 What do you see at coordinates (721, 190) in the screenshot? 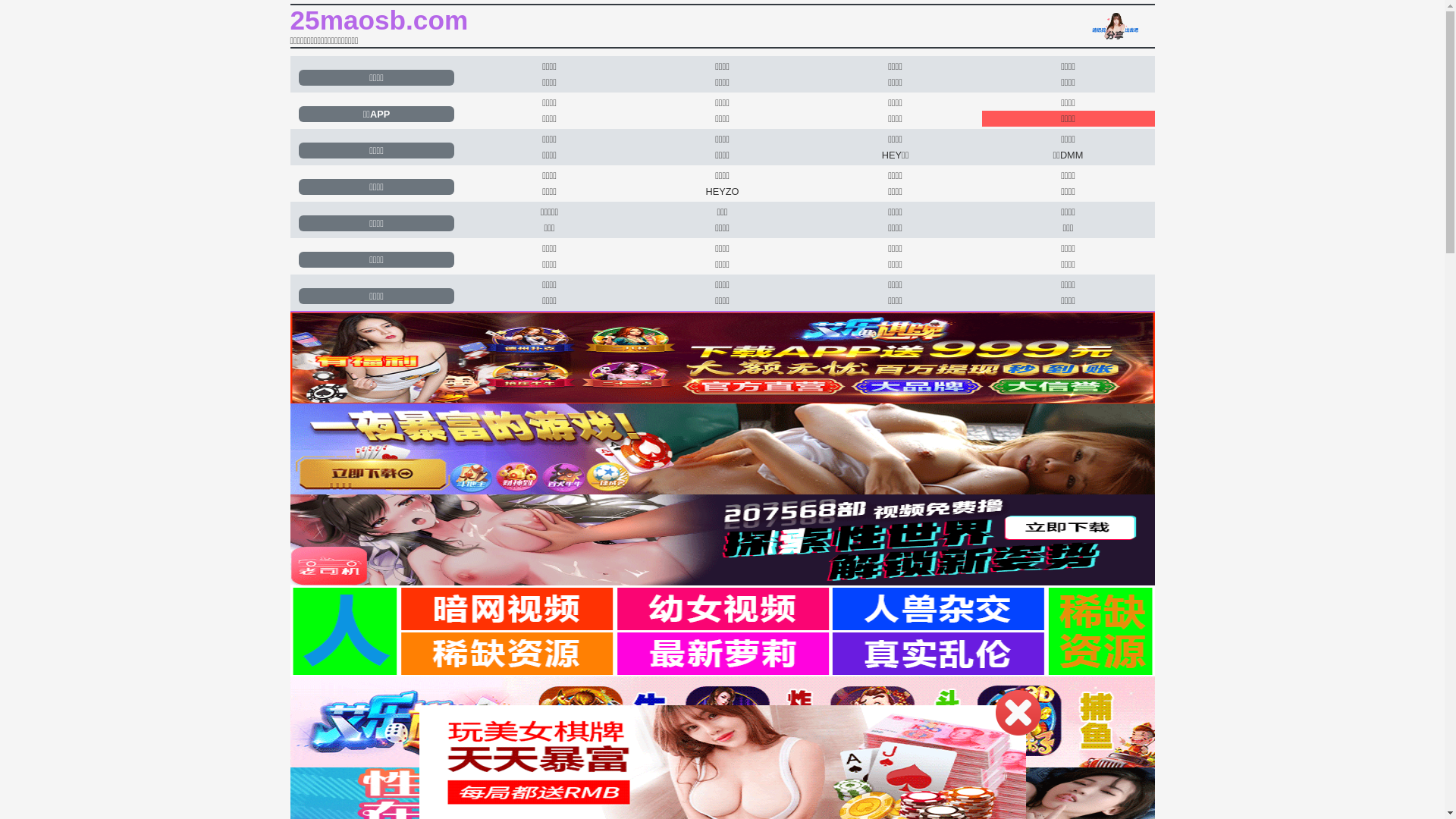
I see `'HEYZO'` at bounding box center [721, 190].